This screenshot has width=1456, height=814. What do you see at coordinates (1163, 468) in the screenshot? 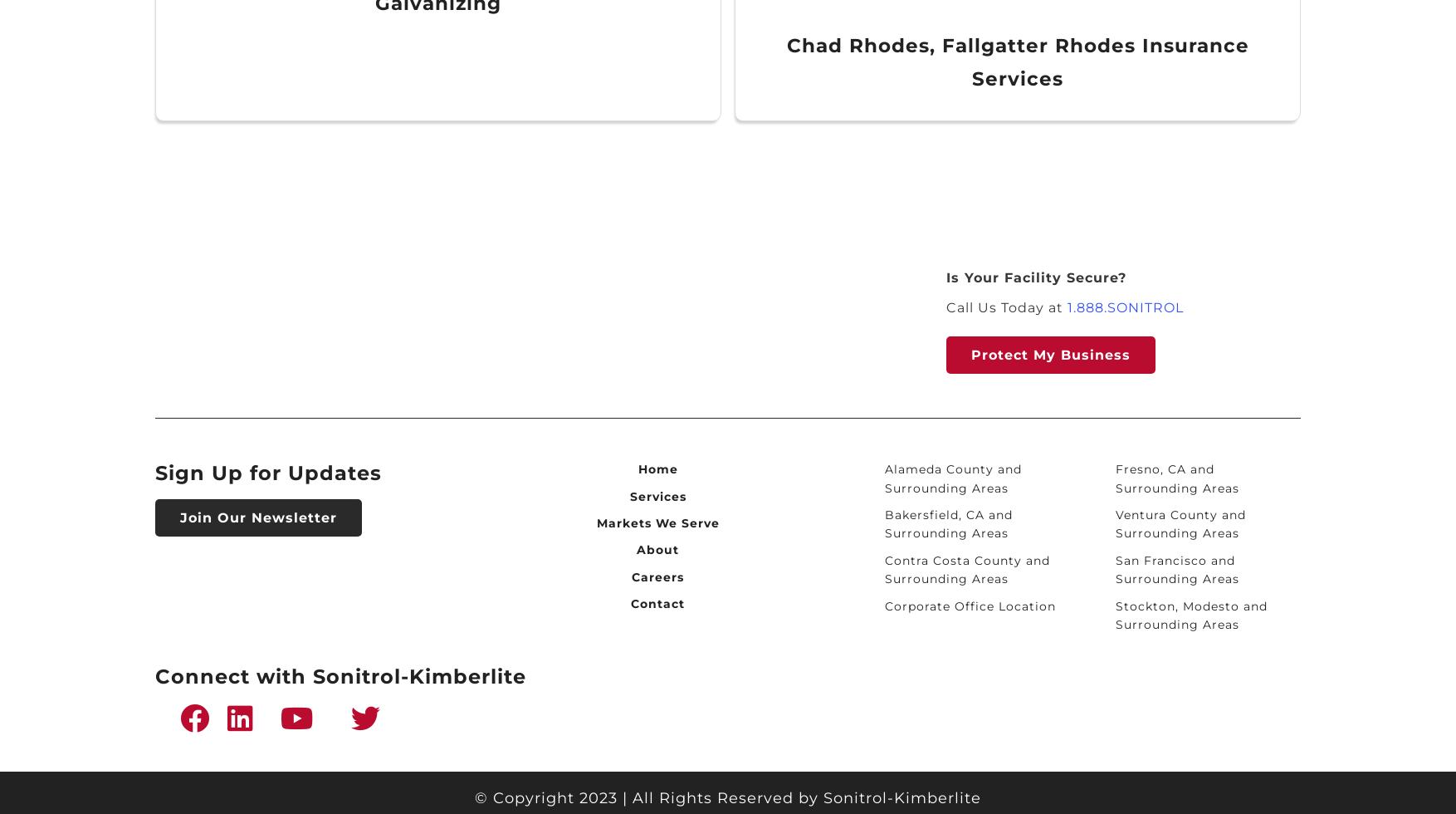
I see `'Fresno, CA and'` at bounding box center [1163, 468].